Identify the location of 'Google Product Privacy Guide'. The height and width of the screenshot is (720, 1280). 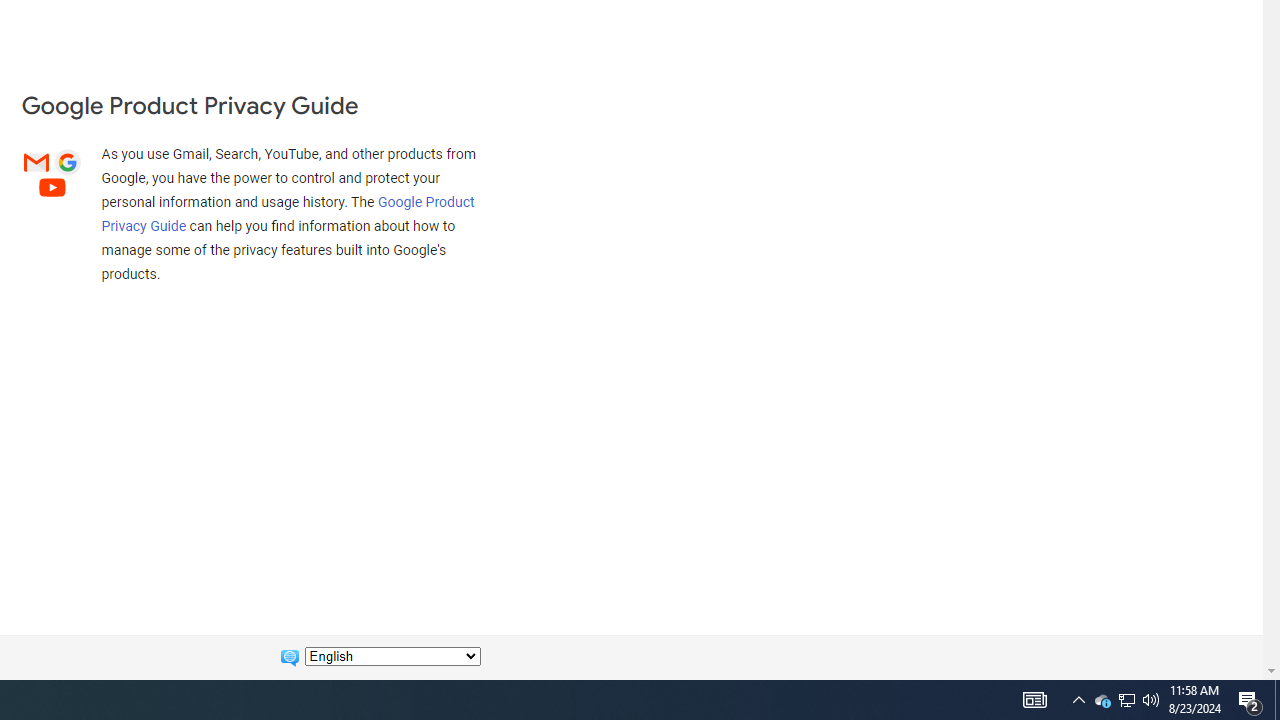
(287, 213).